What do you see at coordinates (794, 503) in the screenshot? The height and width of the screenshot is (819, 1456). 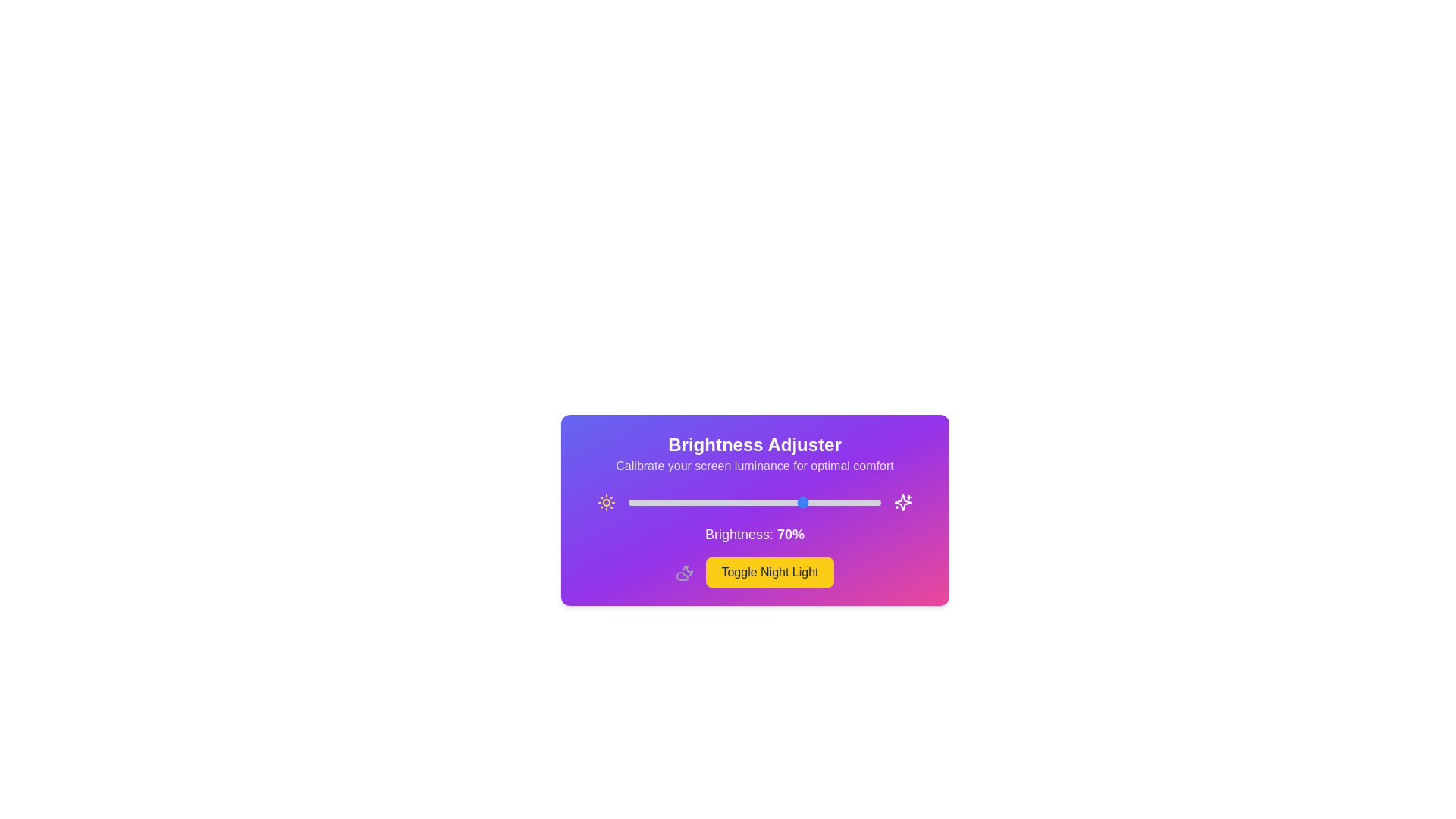 I see `the brightness slider to 66%` at bounding box center [794, 503].